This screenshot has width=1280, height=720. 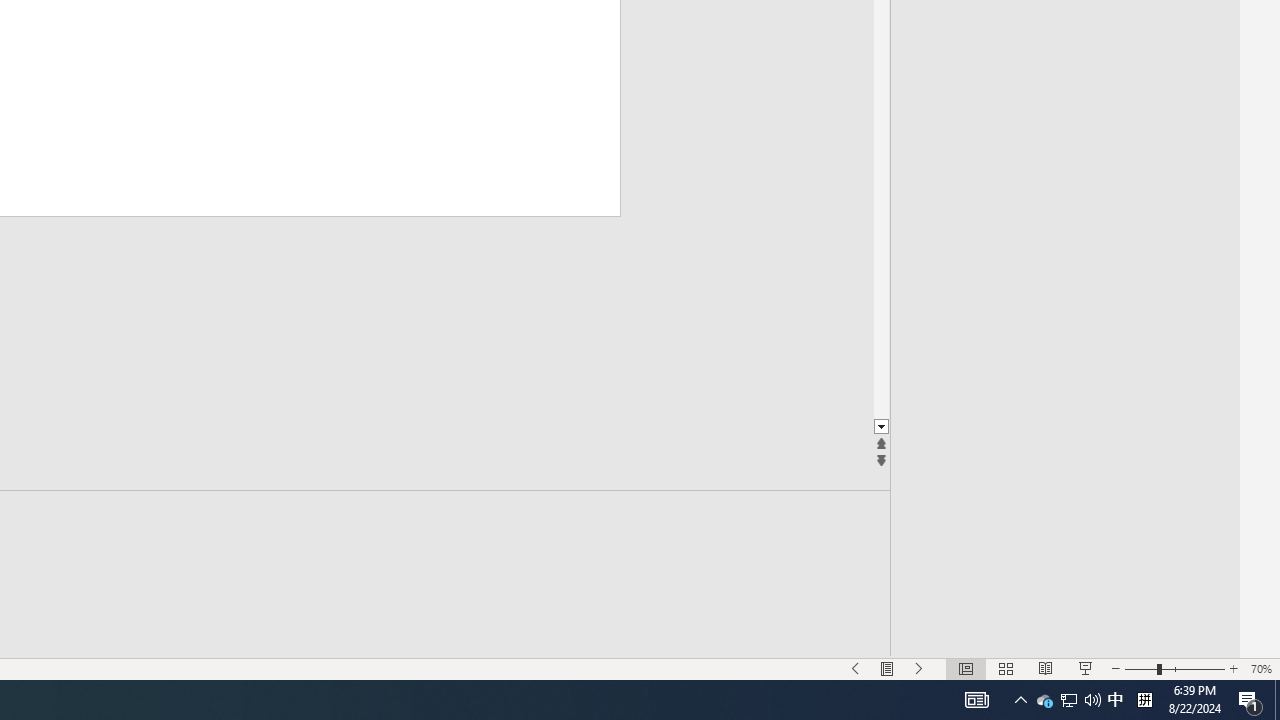 What do you see at coordinates (1175, 669) in the screenshot?
I see `'Zoom'` at bounding box center [1175, 669].